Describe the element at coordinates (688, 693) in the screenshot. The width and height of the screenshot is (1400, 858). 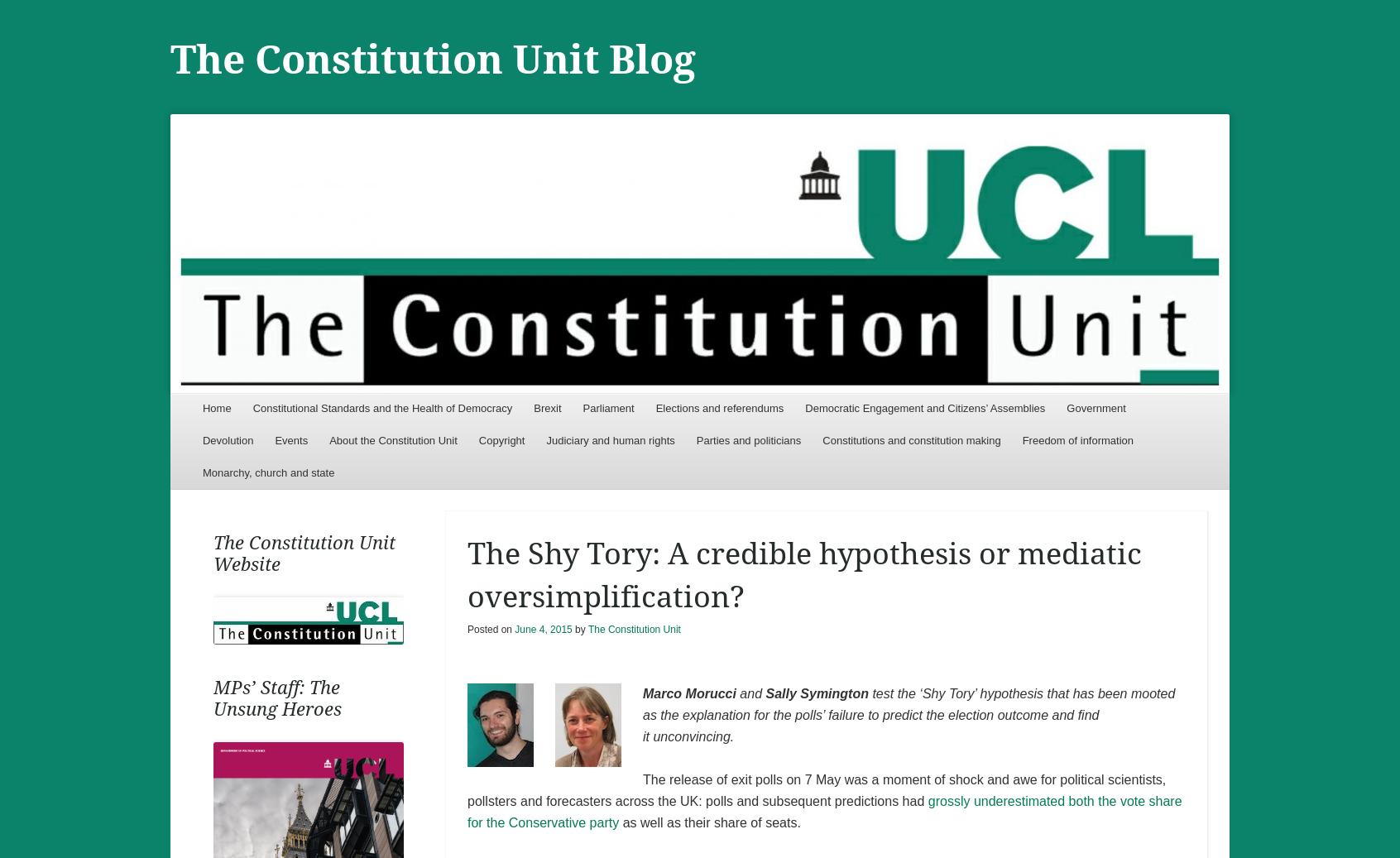
I see `'Marco Morucci'` at that location.